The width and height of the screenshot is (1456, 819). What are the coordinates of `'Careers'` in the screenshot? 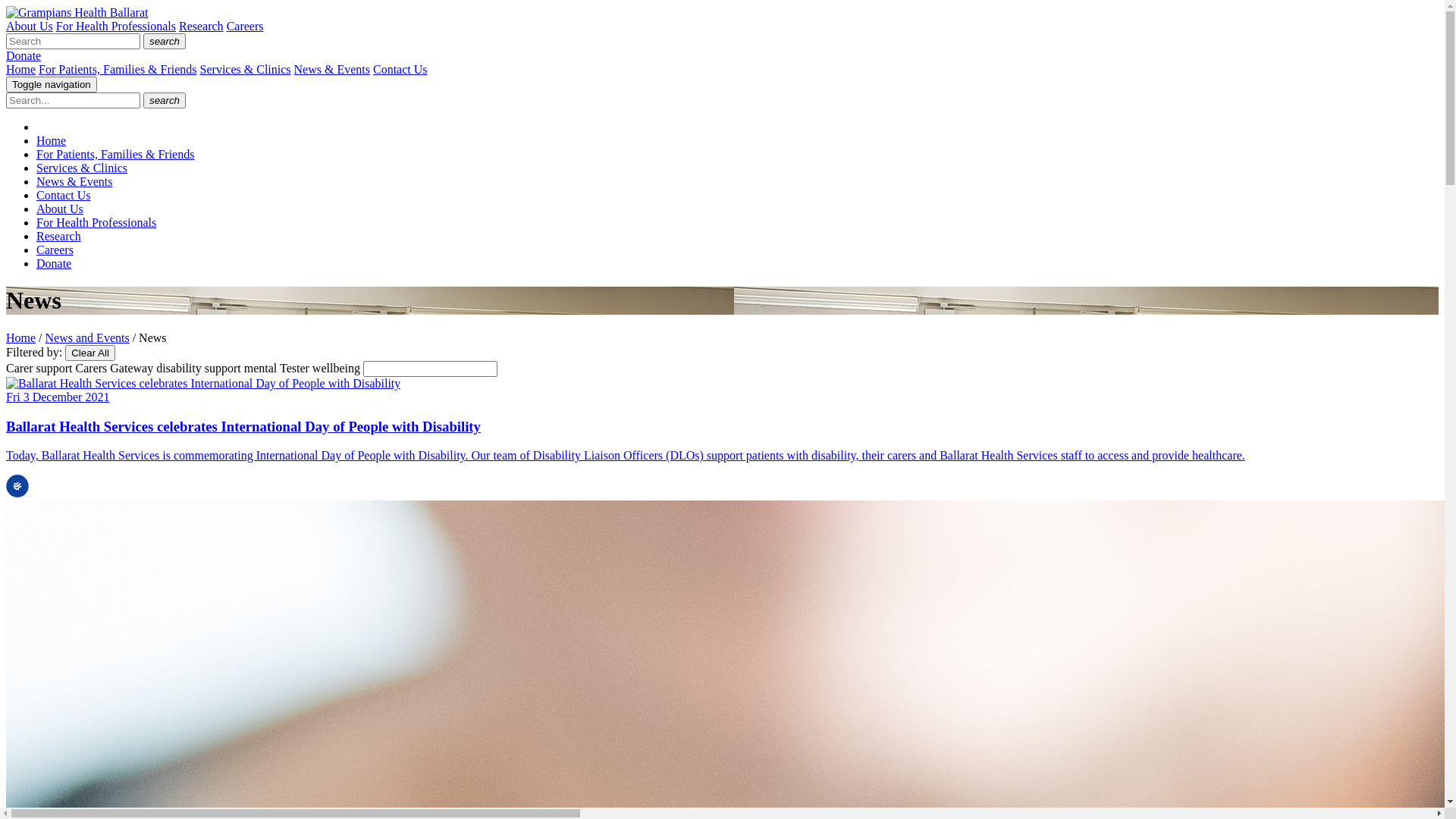 It's located at (55, 249).